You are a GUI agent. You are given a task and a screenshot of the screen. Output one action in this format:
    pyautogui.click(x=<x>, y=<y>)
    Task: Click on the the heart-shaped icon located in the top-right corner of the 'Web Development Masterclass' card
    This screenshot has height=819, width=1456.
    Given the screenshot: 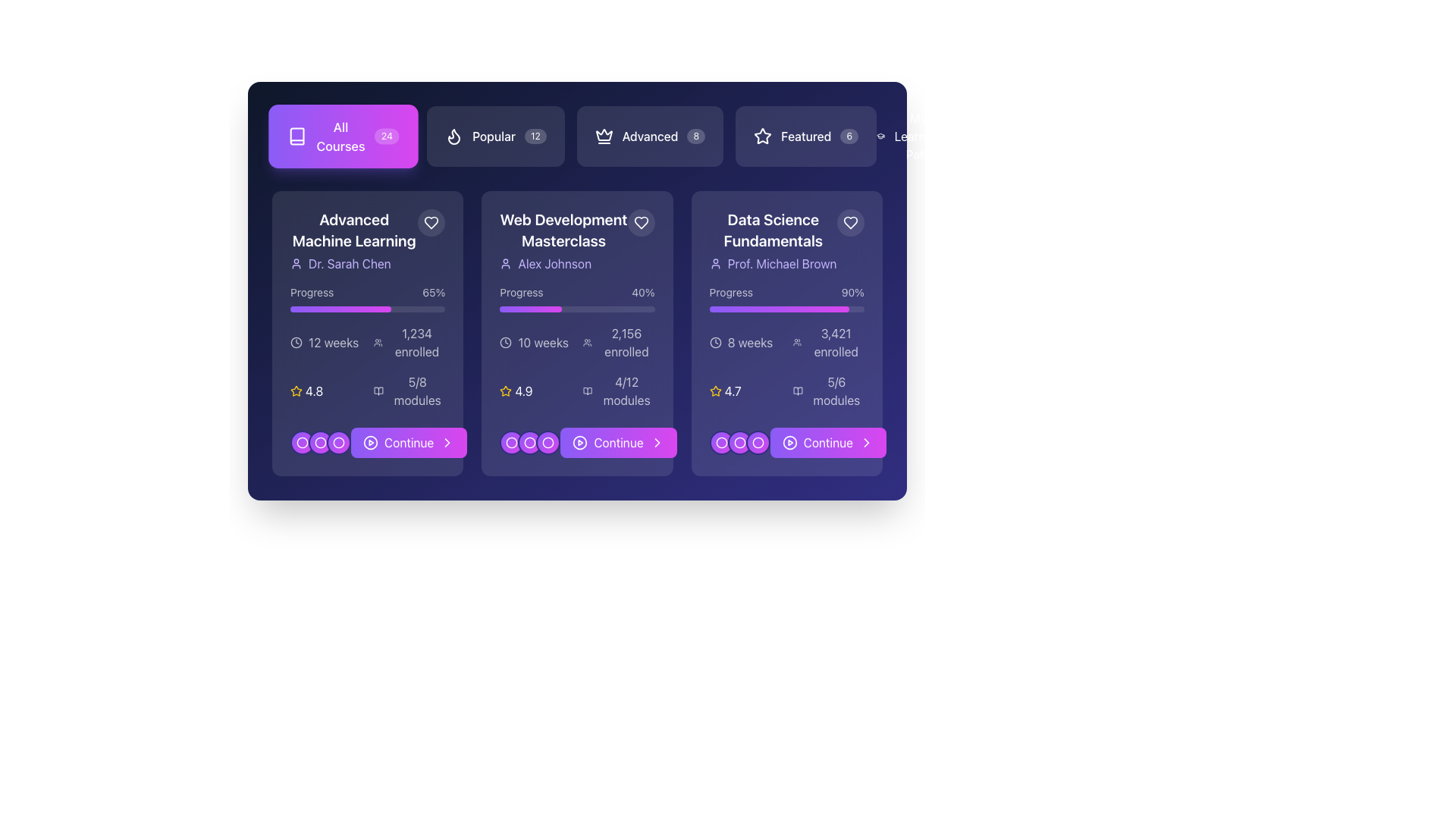 What is the action you would take?
    pyautogui.click(x=641, y=222)
    